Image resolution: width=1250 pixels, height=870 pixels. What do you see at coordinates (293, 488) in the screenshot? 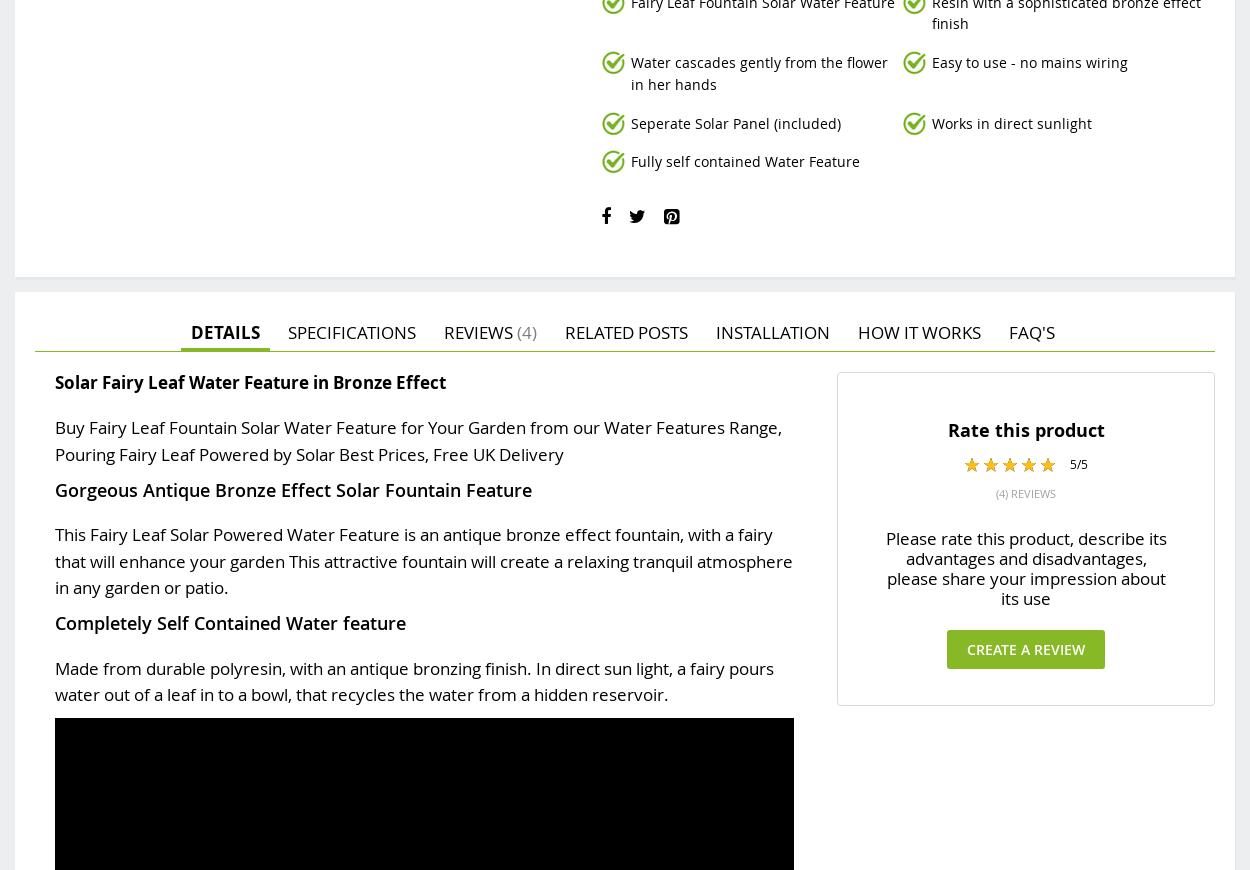
I see `'Gorgeous Antique Bronze Effect Solar Fountain Feature'` at bounding box center [293, 488].